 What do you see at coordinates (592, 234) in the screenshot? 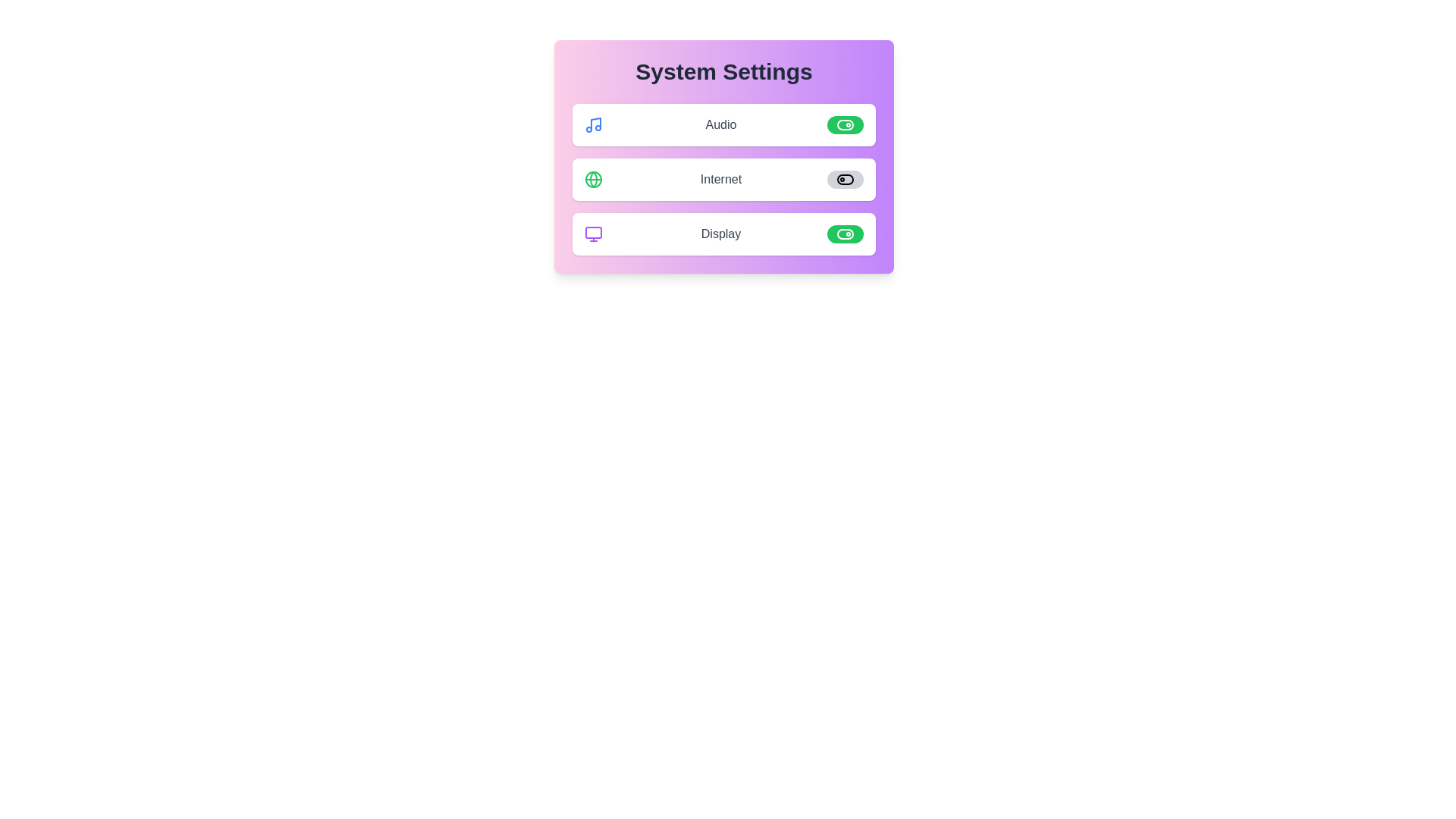
I see `the monitor icon outlined in purple, located next to the 'Display' label in the bottom row of the System Settings card` at bounding box center [592, 234].